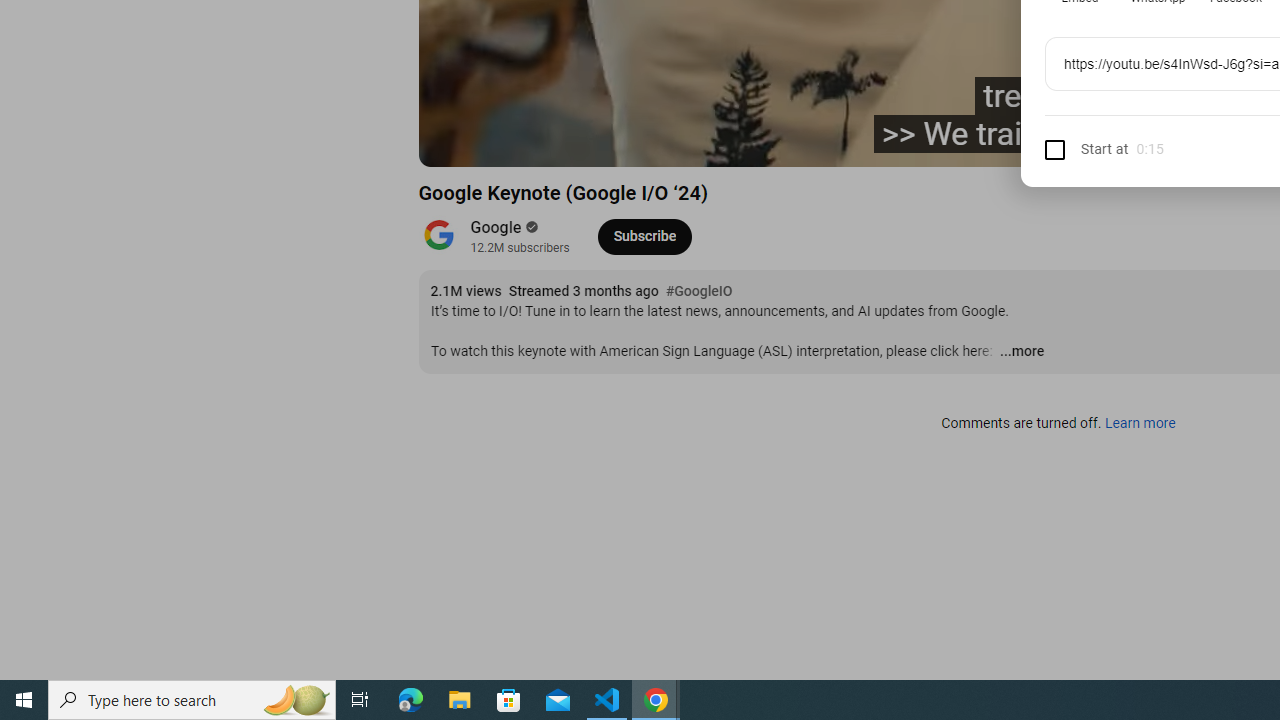 This screenshot has height=720, width=1280. Describe the element at coordinates (496, 226) in the screenshot. I see `'Google'` at that location.